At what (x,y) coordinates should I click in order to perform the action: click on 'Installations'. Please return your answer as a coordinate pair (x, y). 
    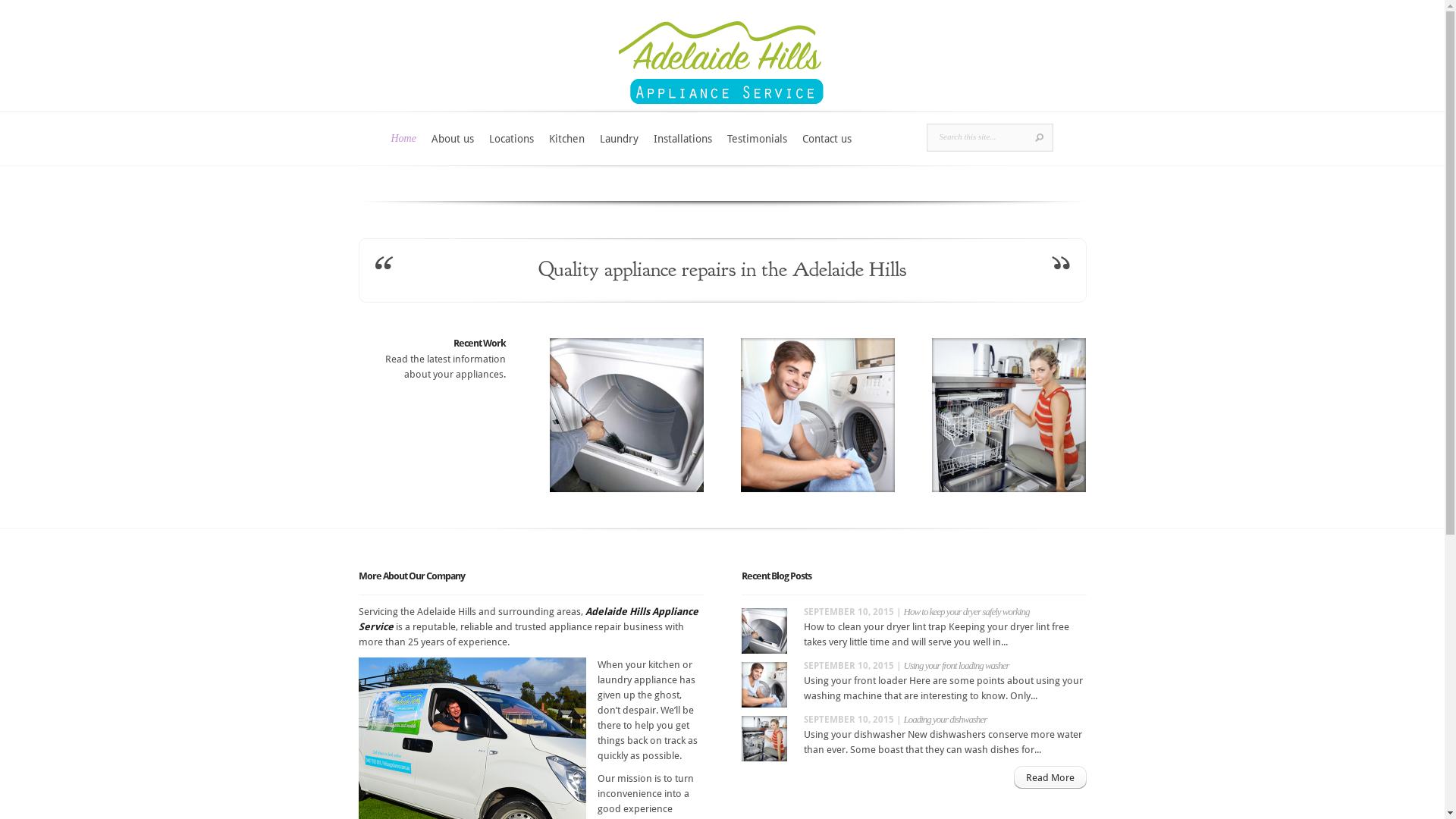
    Looking at the image, I should click on (682, 148).